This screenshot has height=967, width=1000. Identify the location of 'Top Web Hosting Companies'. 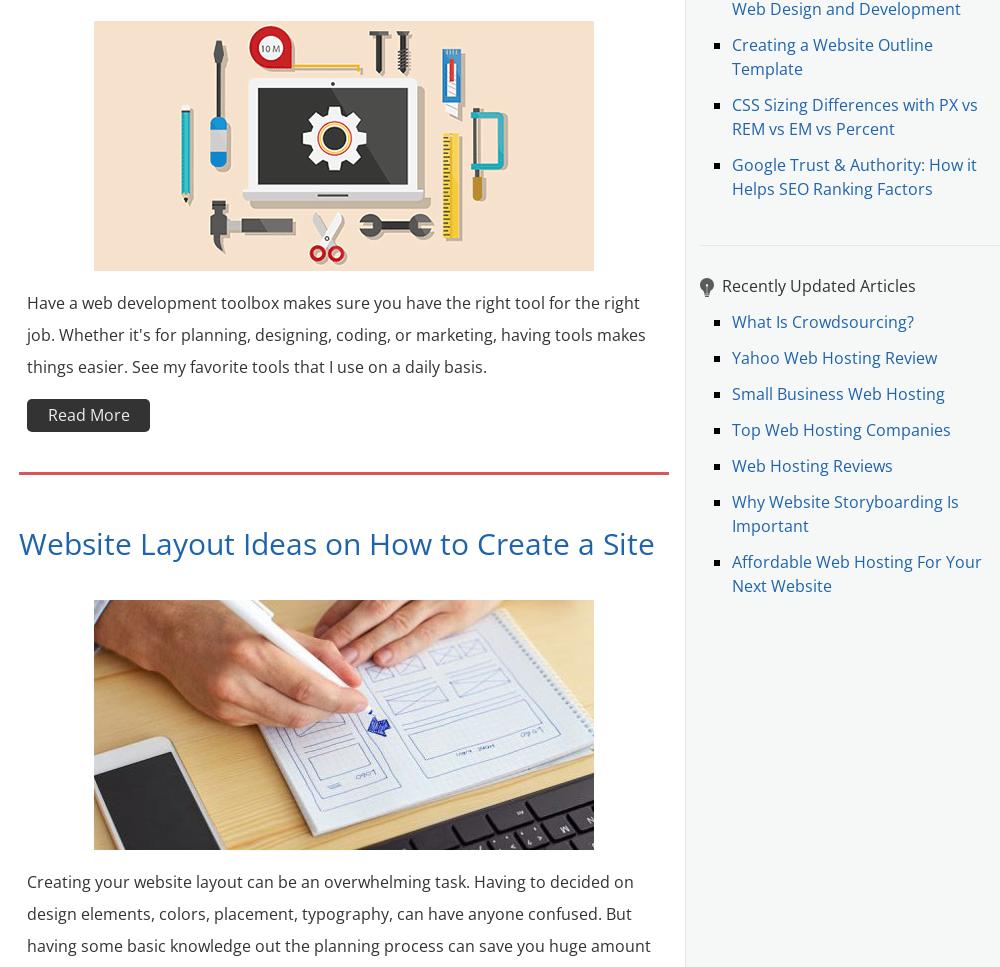
(840, 429).